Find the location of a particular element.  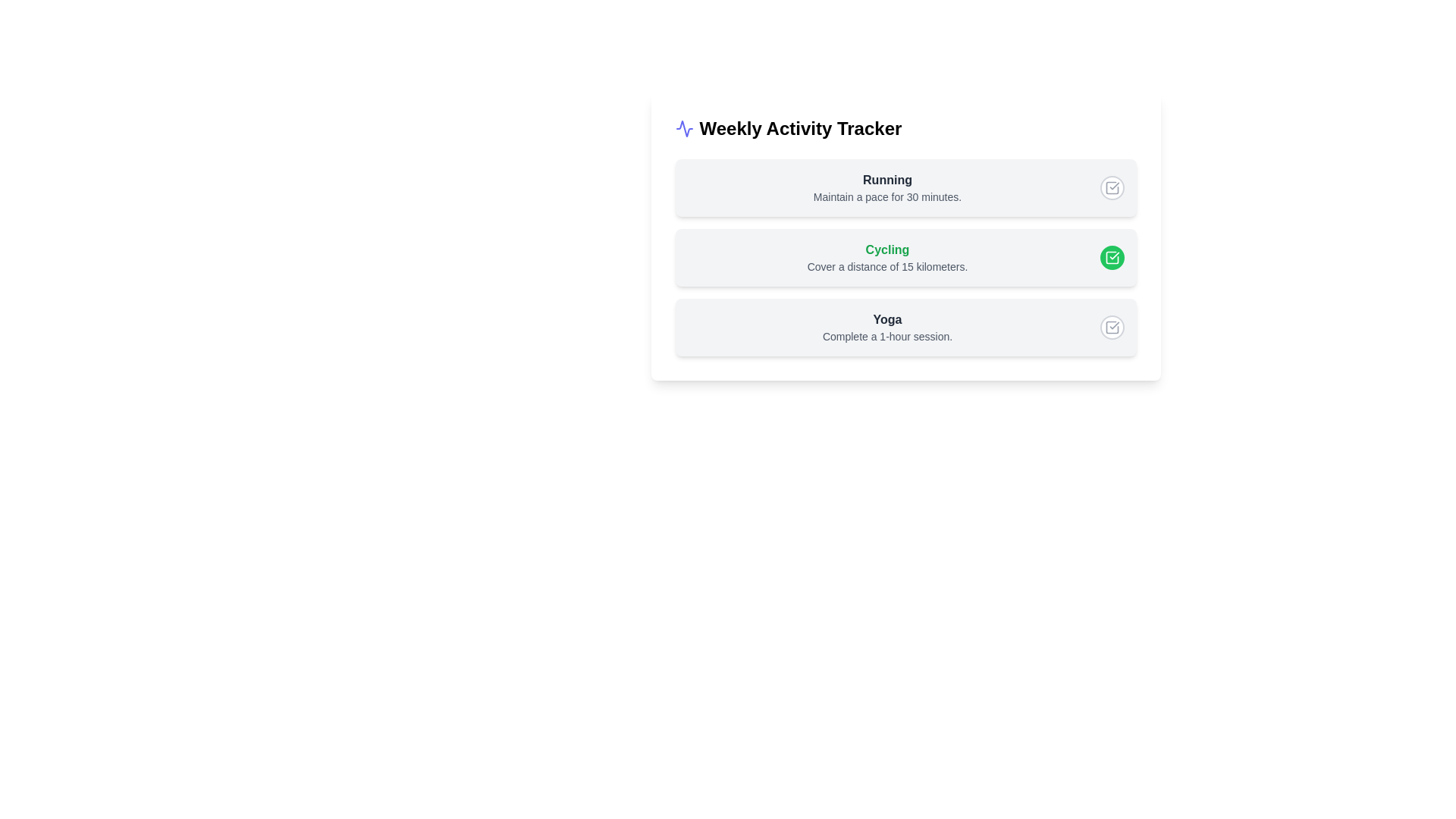

the TextBlock displaying the heading 'Yoga' and the description 'Complete a 1-hour session.' which is the third item in the 'Weekly Activity Tracker' is located at coordinates (887, 327).